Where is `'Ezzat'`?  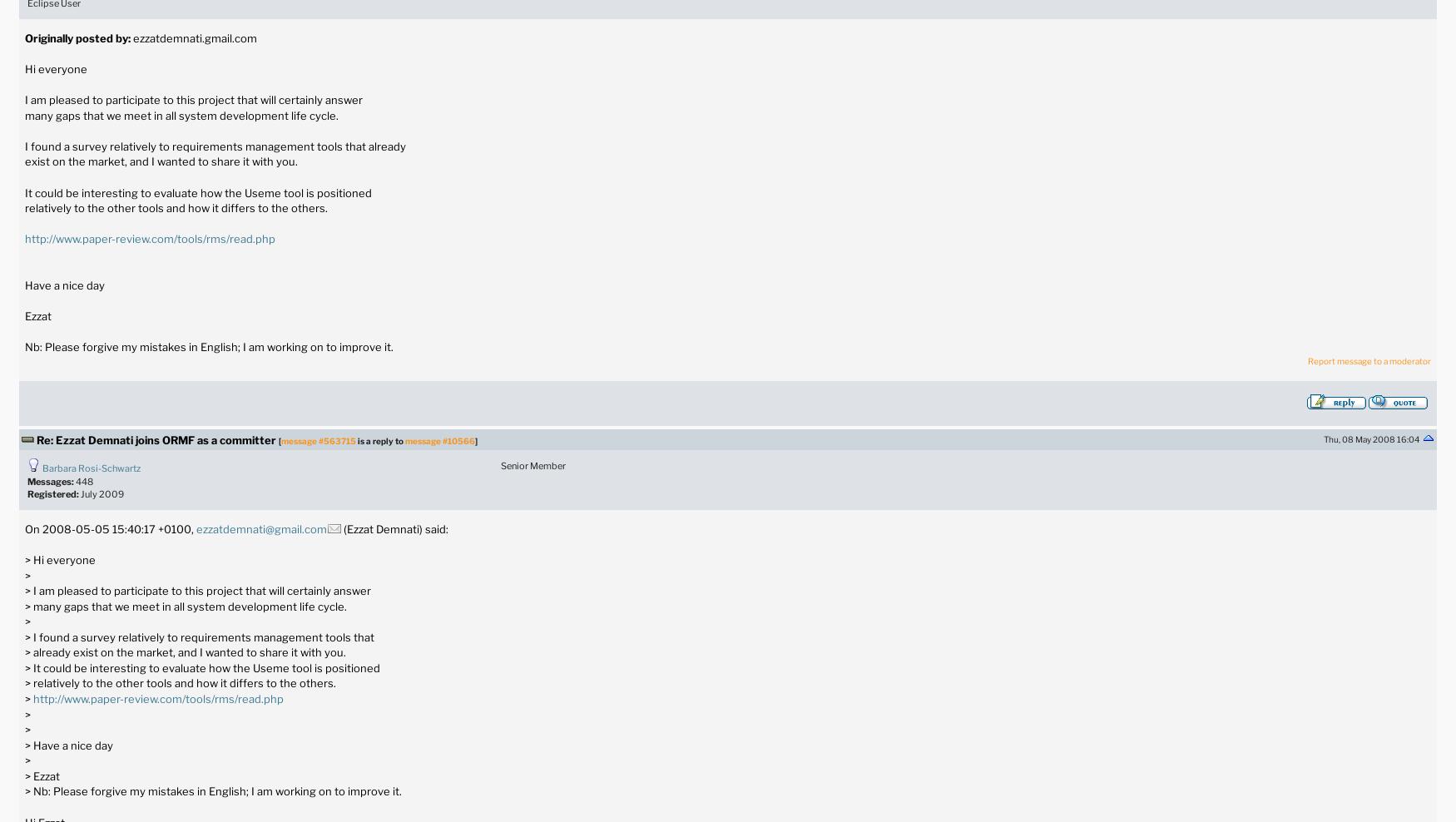
'Ezzat' is located at coordinates (36, 314).